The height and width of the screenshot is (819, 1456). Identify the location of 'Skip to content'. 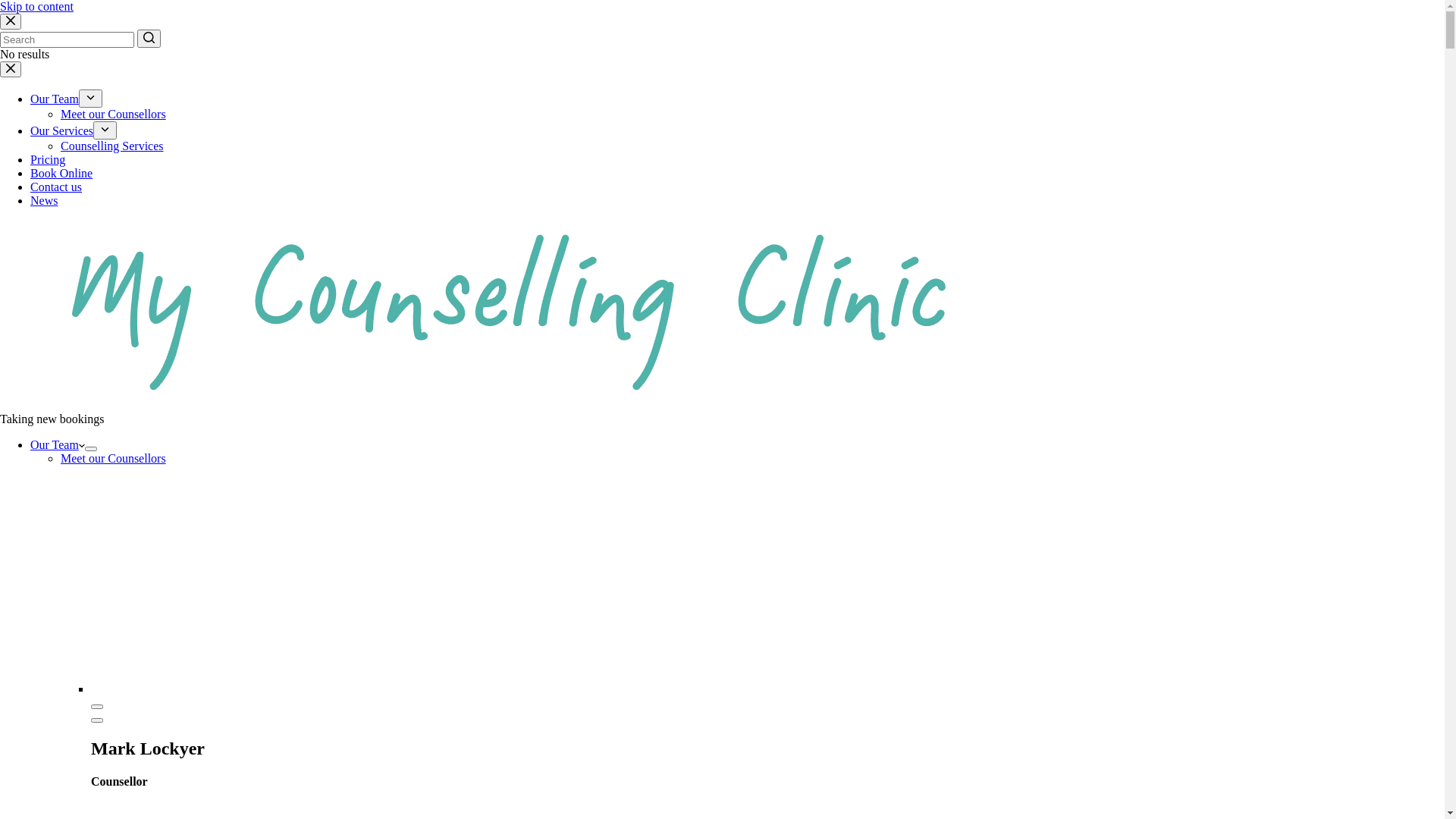
(36, 6).